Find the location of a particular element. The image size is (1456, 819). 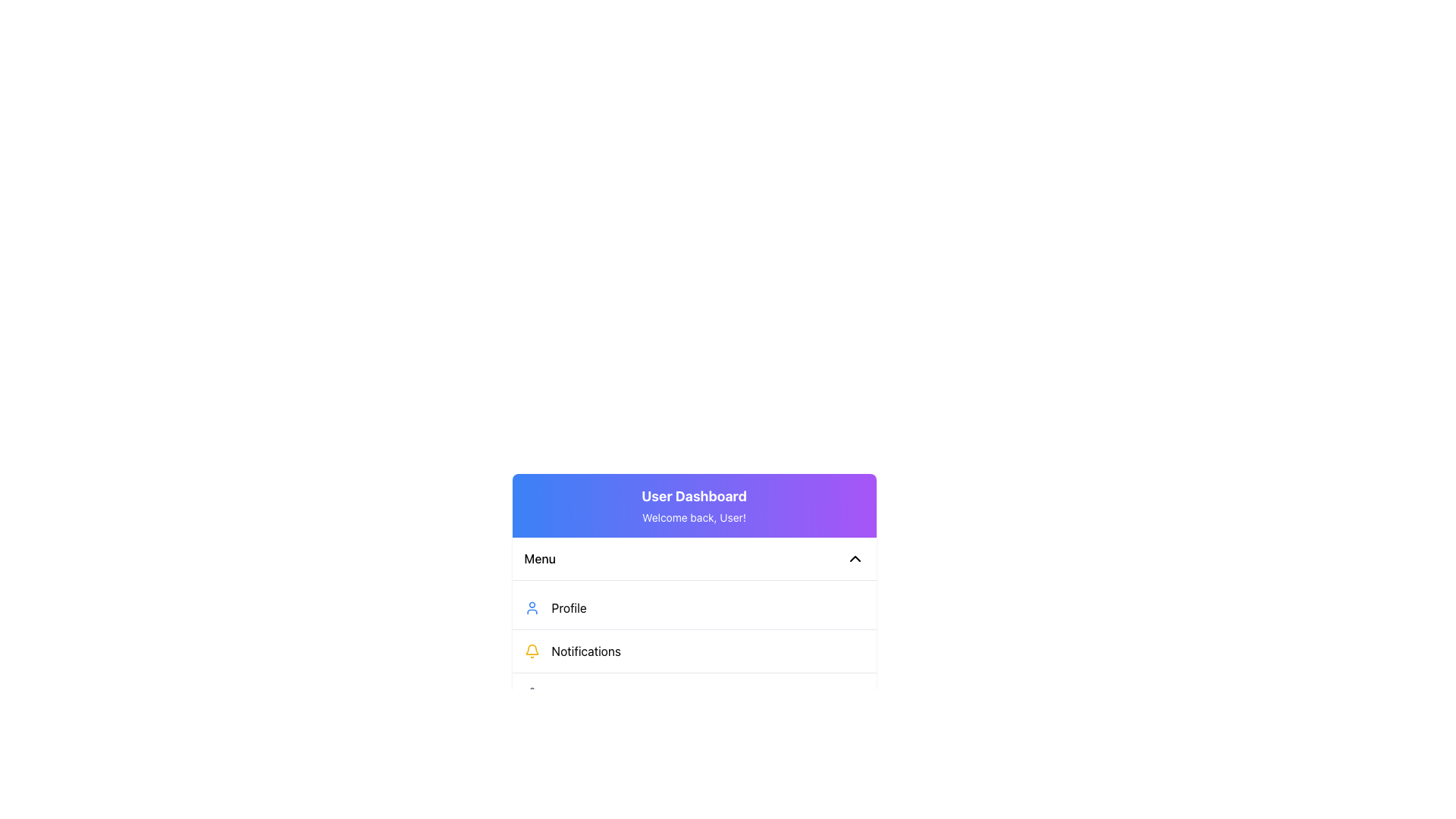

the text label that reads 'Welcome back, User!', which is styled with a smaller font size and positioned beneath the bold section header 'User Dashboard' is located at coordinates (693, 516).